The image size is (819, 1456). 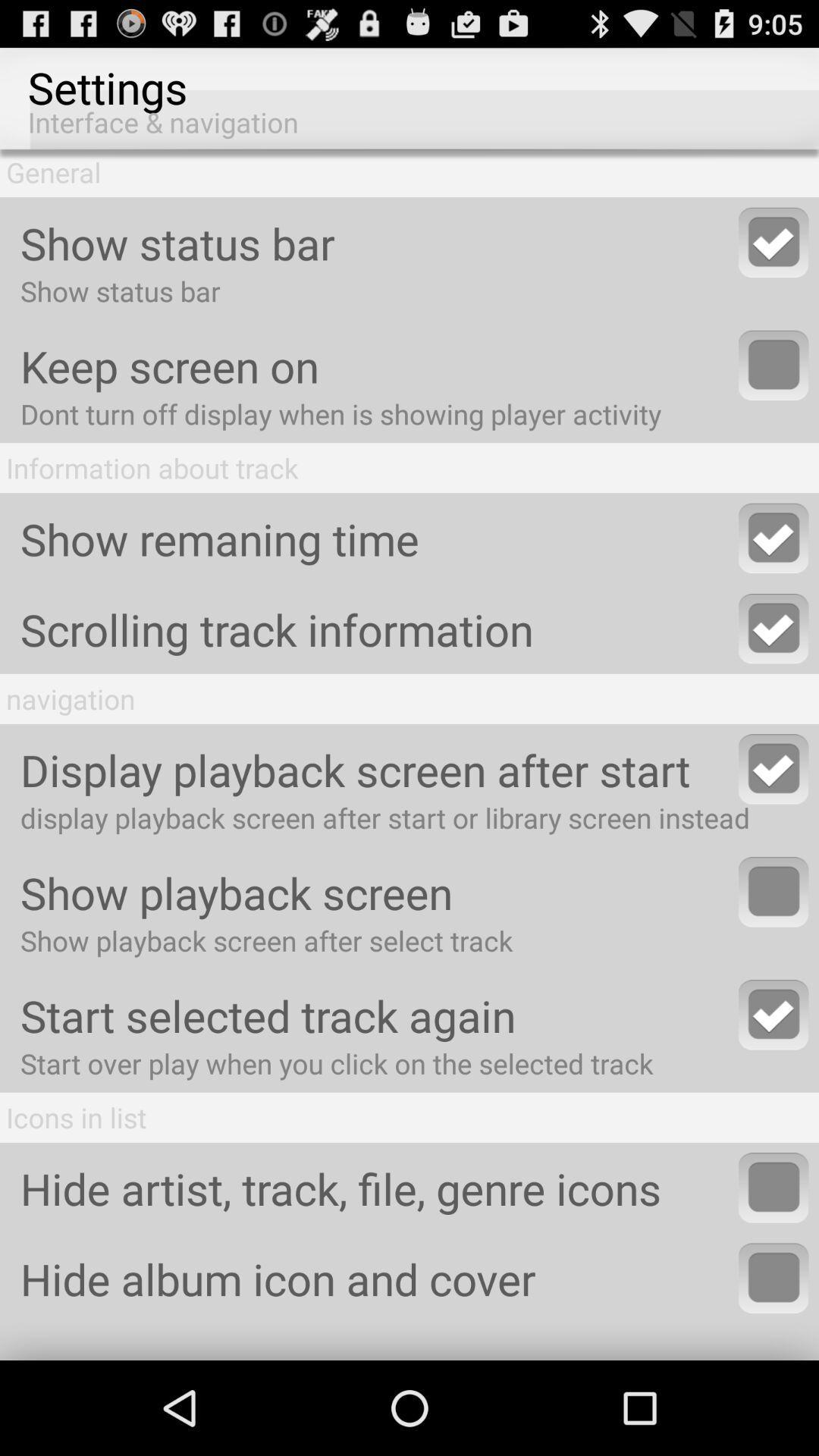 I want to click on keep screen on, so click(x=773, y=365).